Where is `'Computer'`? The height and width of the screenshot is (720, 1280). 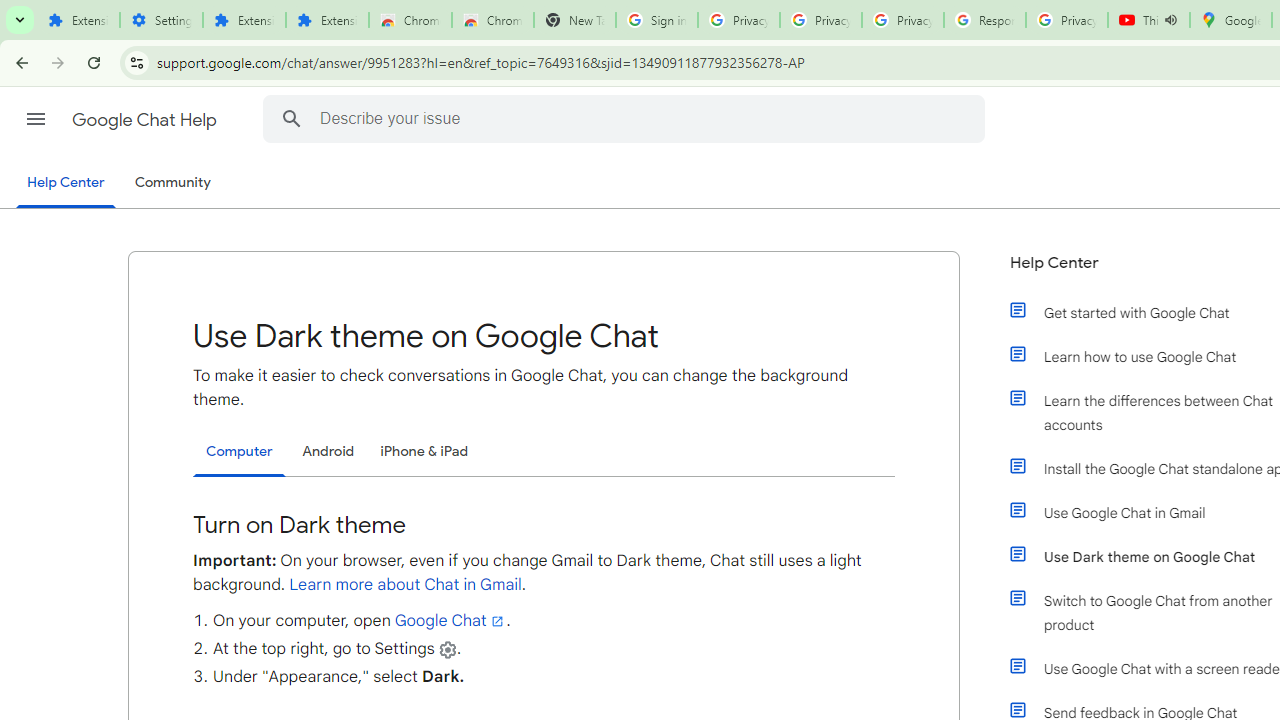 'Computer' is located at coordinates (239, 452).